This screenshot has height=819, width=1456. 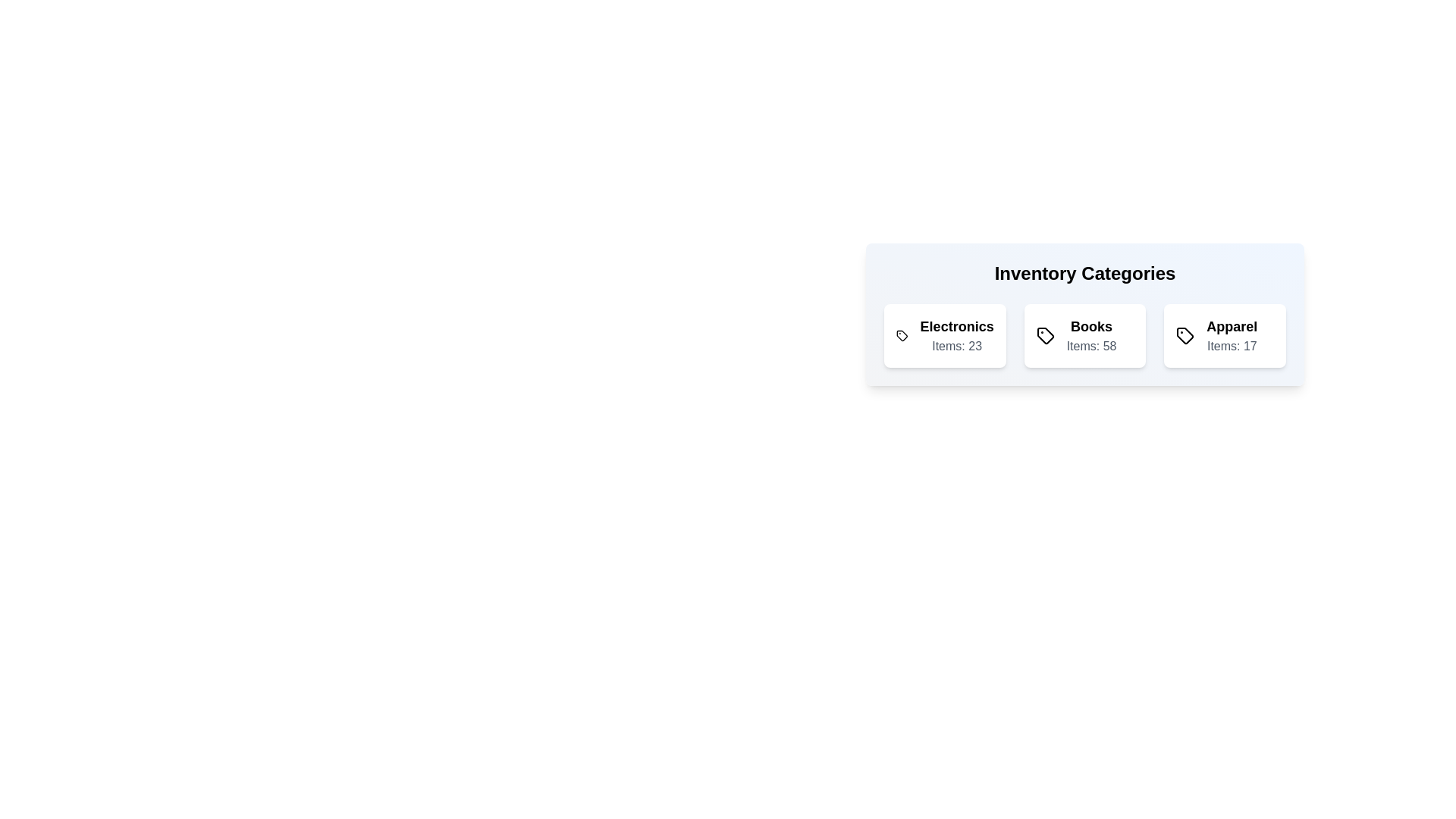 What do you see at coordinates (1225, 335) in the screenshot?
I see `the category card for Apparel` at bounding box center [1225, 335].